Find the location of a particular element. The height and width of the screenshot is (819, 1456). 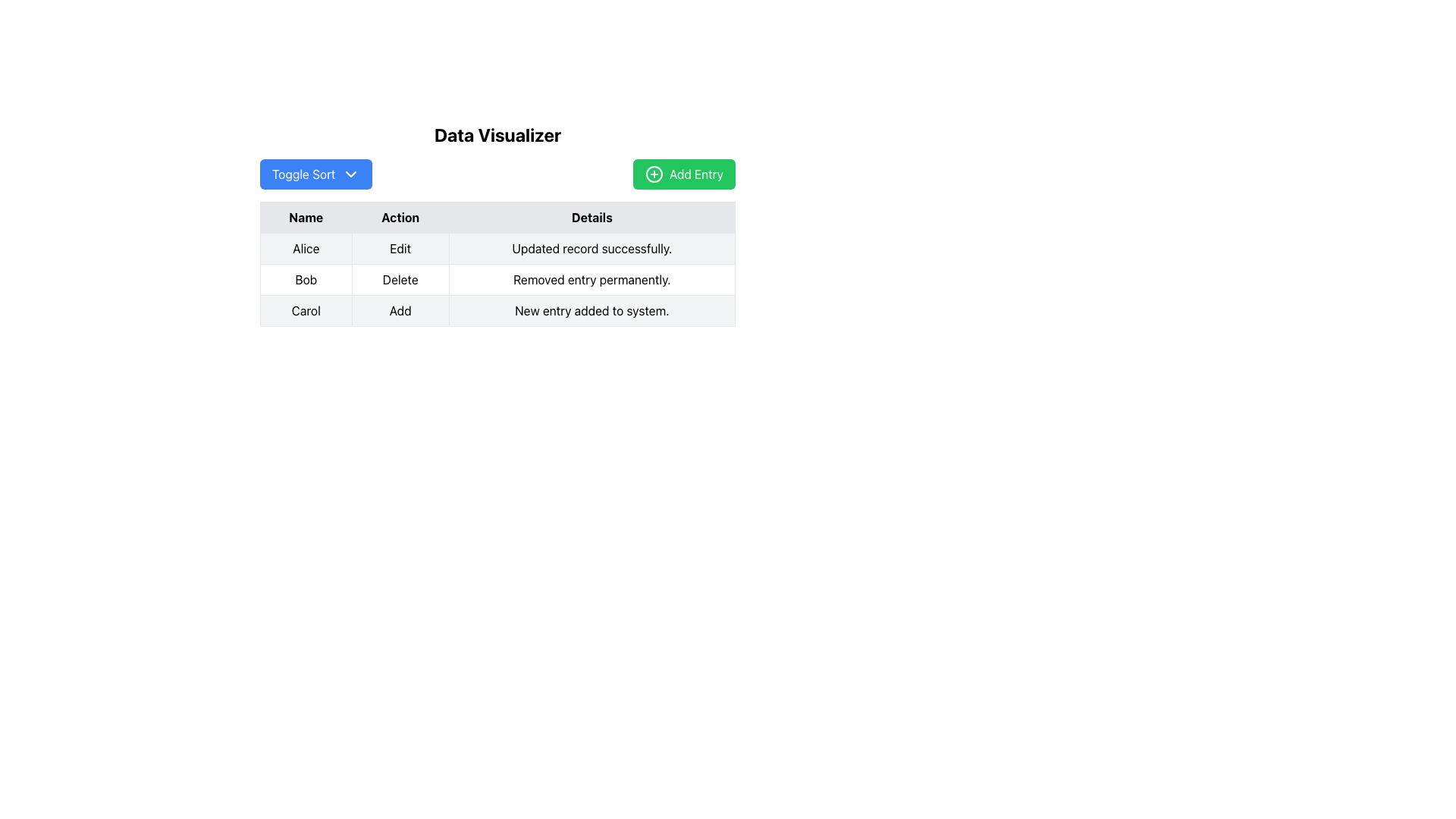

the icon located on the left side of the 'Add Entry' button in the top-right area of the interface is located at coordinates (654, 174).